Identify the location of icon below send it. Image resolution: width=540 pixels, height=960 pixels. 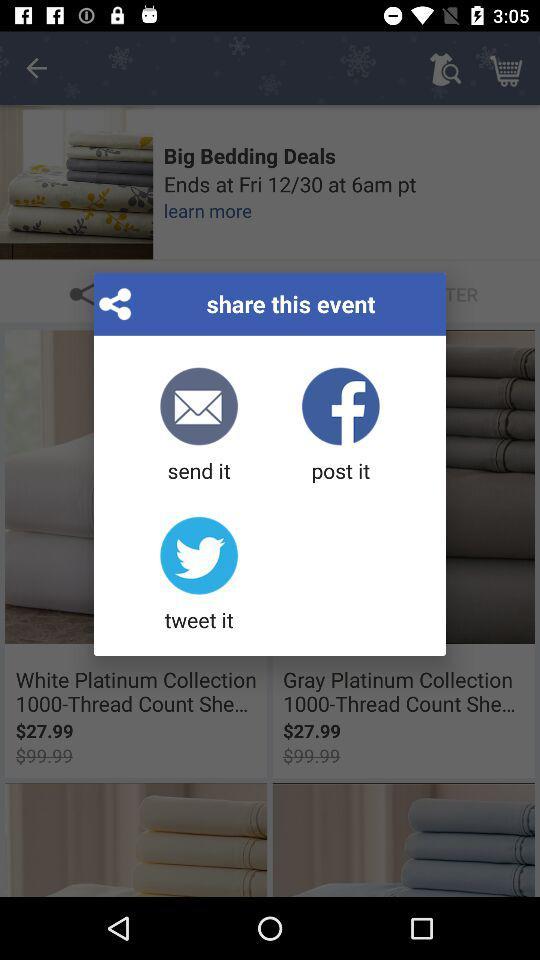
(199, 575).